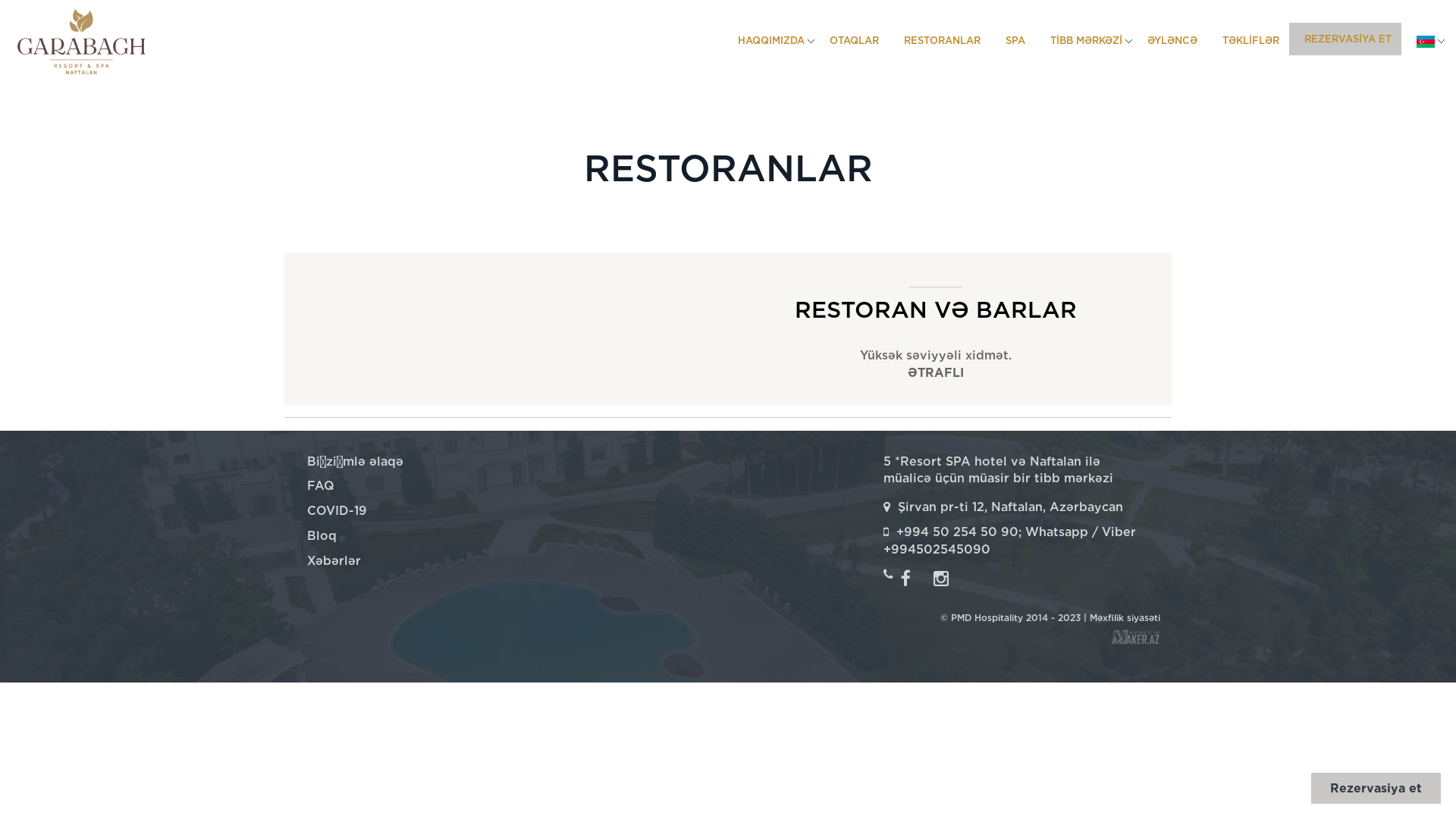  Describe the element at coordinates (990, 40) in the screenshot. I see `'SPA'` at that location.